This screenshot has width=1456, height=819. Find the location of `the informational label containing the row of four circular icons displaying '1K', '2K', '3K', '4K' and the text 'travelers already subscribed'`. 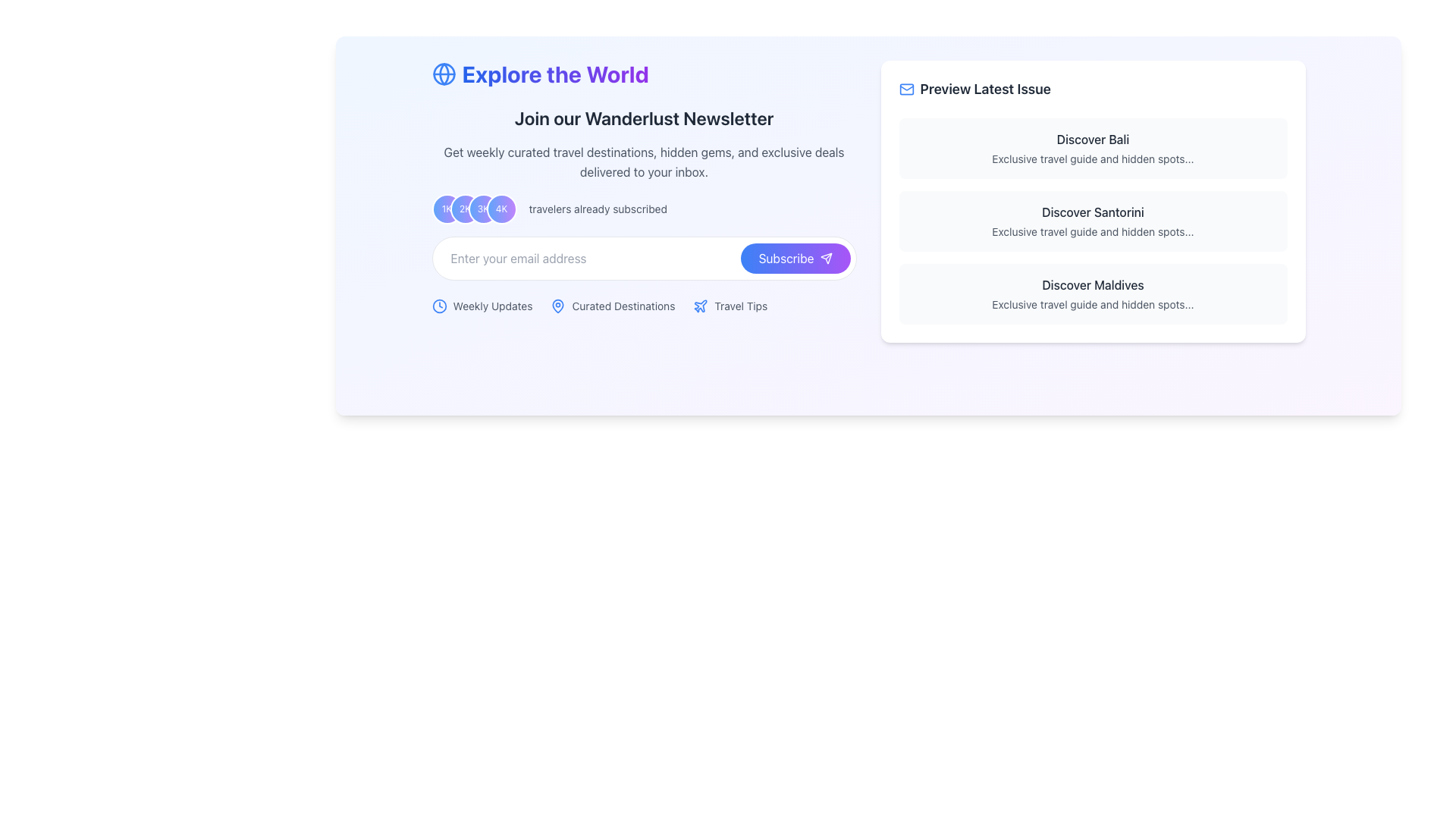

the informational label containing the row of four circular icons displaying '1K', '2K', '3K', '4K' and the text 'travelers already subscribed' is located at coordinates (644, 209).